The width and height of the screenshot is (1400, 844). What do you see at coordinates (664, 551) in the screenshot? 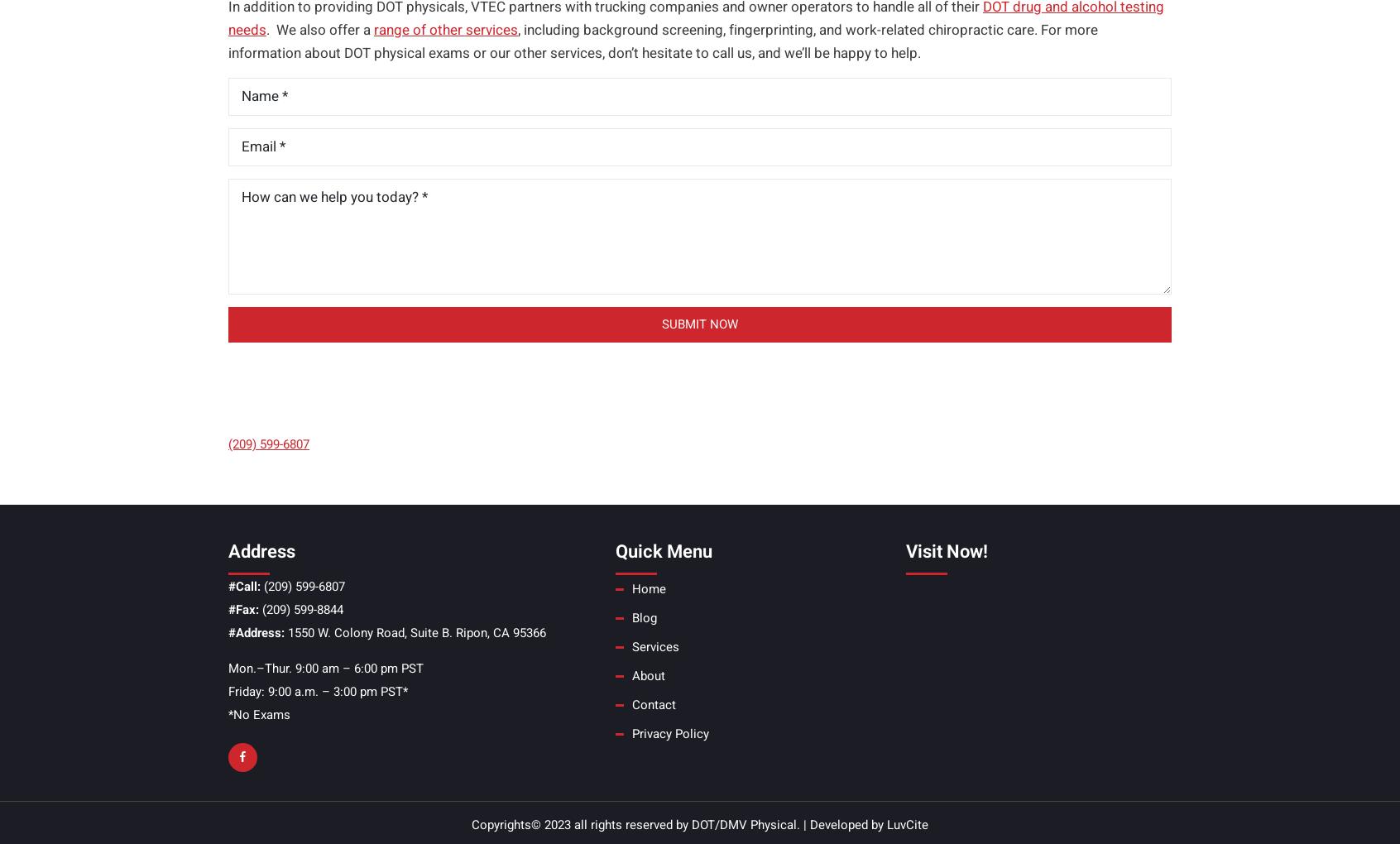
I see `'Quick Menu'` at bounding box center [664, 551].